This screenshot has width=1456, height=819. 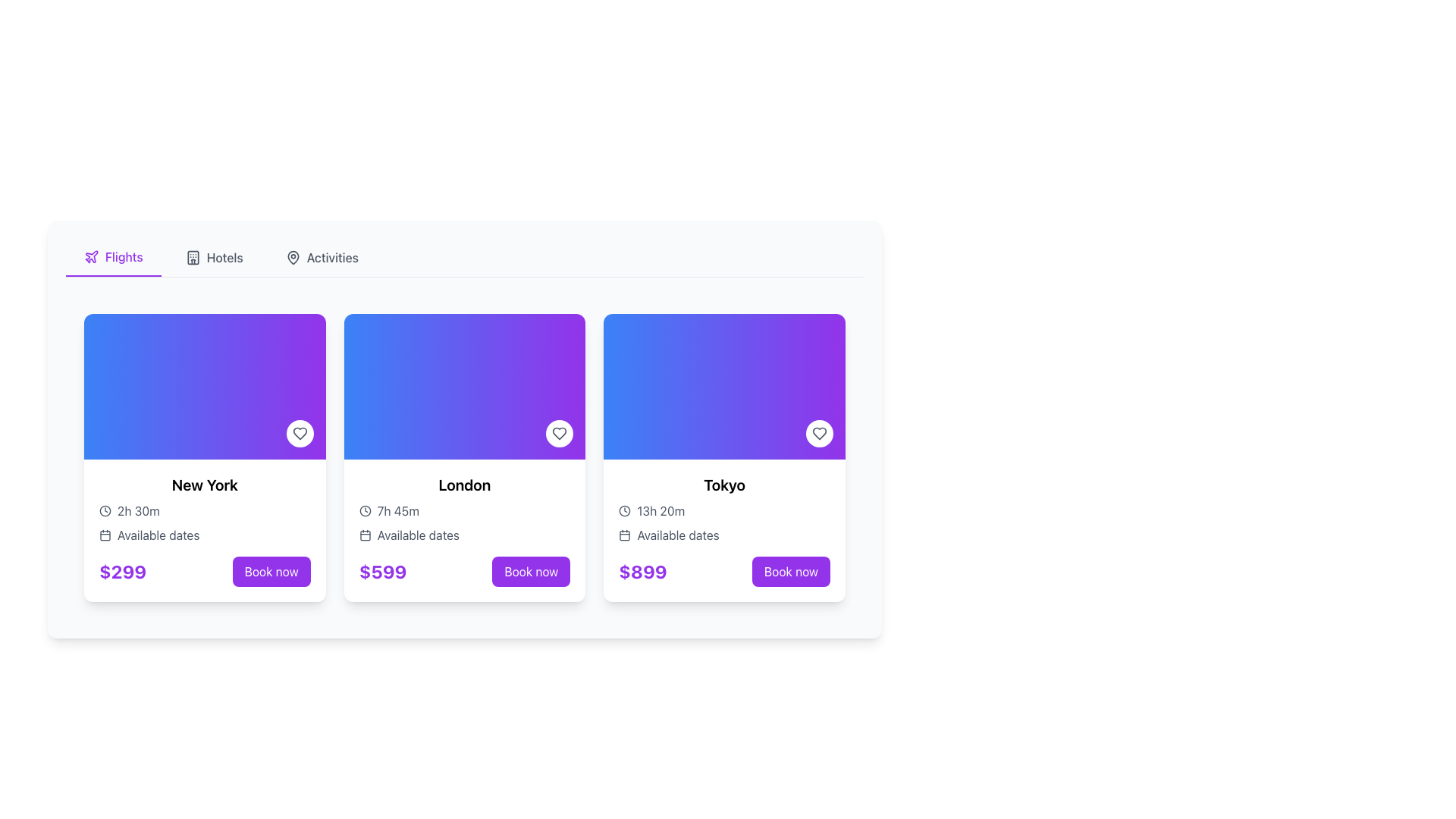 I want to click on the 'Available dates' text label, which is styled in gray and positioned below the travel duration indicator in the Tokyo travel information card, so click(x=723, y=534).